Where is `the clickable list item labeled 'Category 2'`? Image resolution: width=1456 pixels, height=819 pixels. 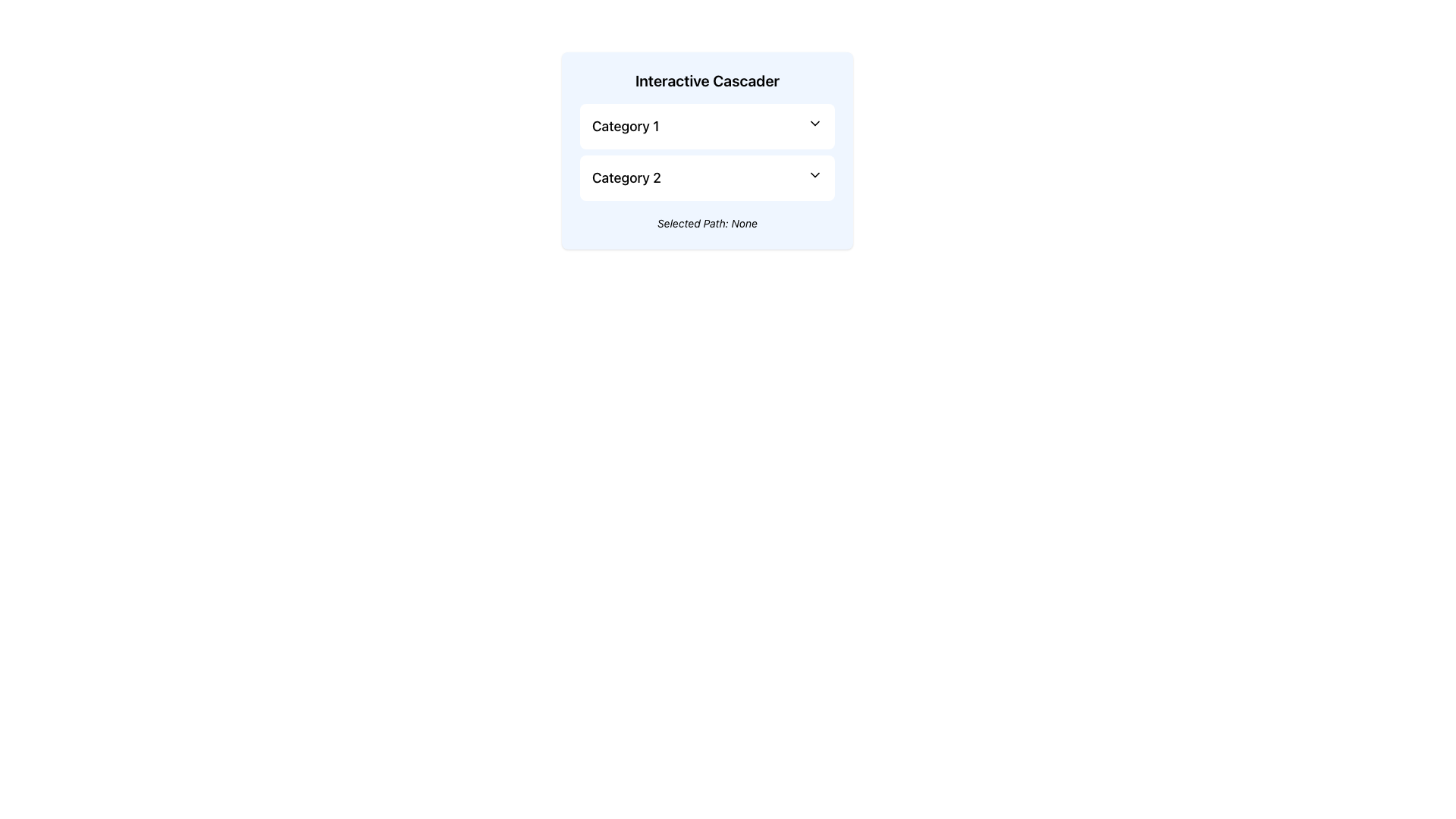
the clickable list item labeled 'Category 2' is located at coordinates (706, 177).